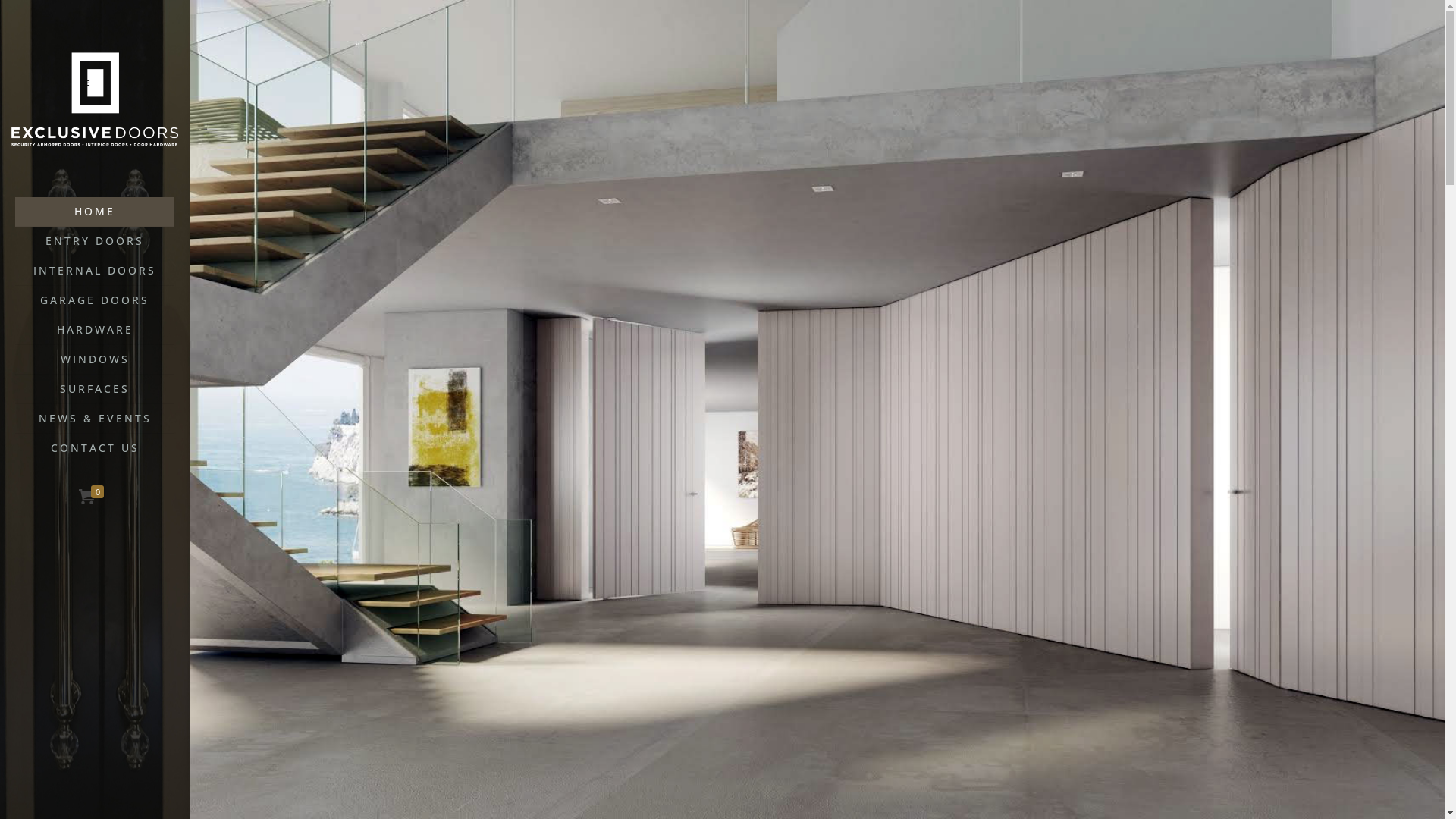 This screenshot has height=819, width=1456. Describe the element at coordinates (93, 359) in the screenshot. I see `'WINDOWS'` at that location.